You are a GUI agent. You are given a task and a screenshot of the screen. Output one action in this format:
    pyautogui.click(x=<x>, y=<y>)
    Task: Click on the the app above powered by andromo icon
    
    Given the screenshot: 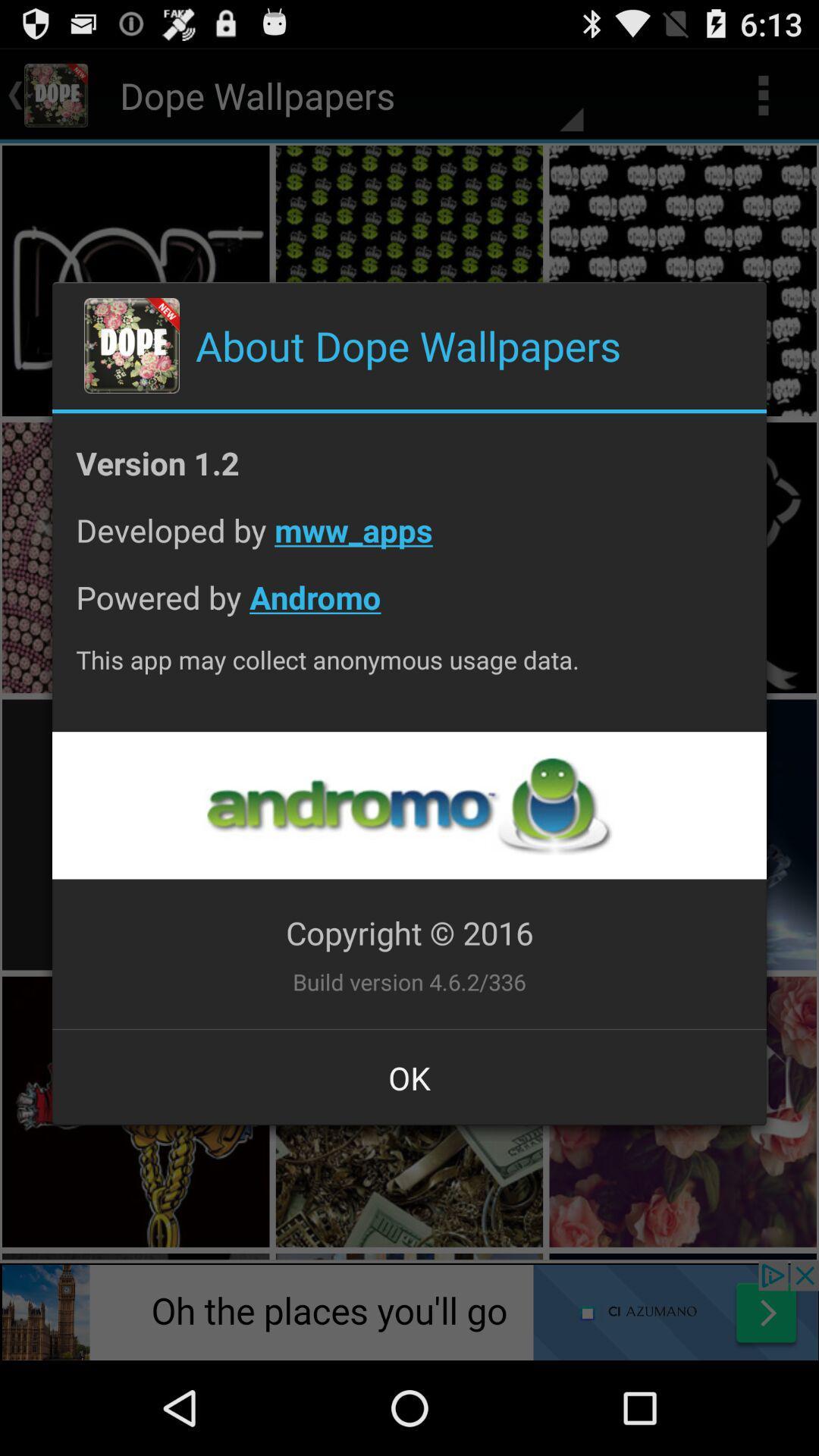 What is the action you would take?
    pyautogui.click(x=409, y=541)
    